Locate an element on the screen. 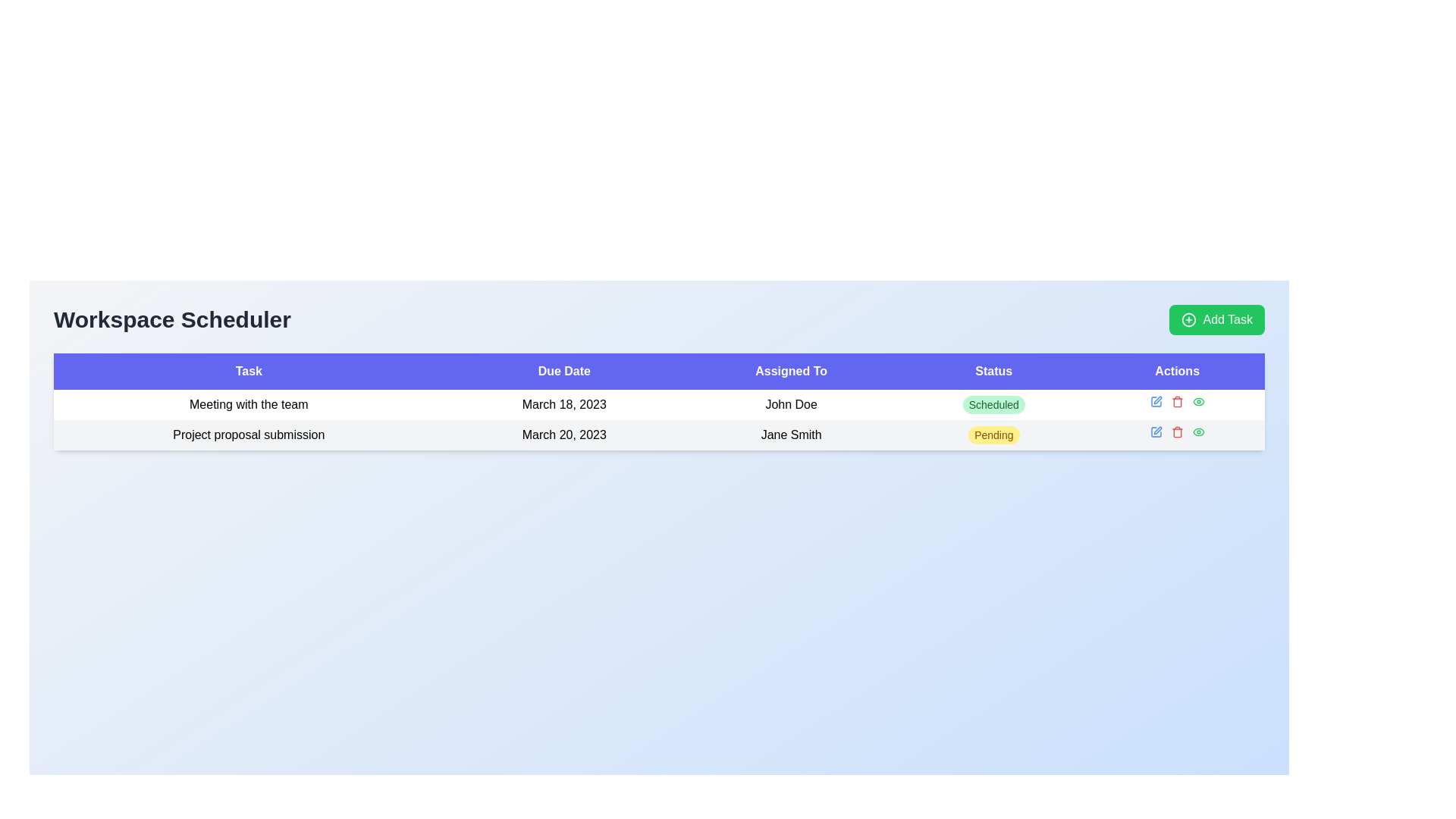 Image resolution: width=1456 pixels, height=819 pixels. the interactive edit icon in the Actions column of the second row in the 'Workspace Scheduler' table for keyboard interaction is located at coordinates (1155, 432).